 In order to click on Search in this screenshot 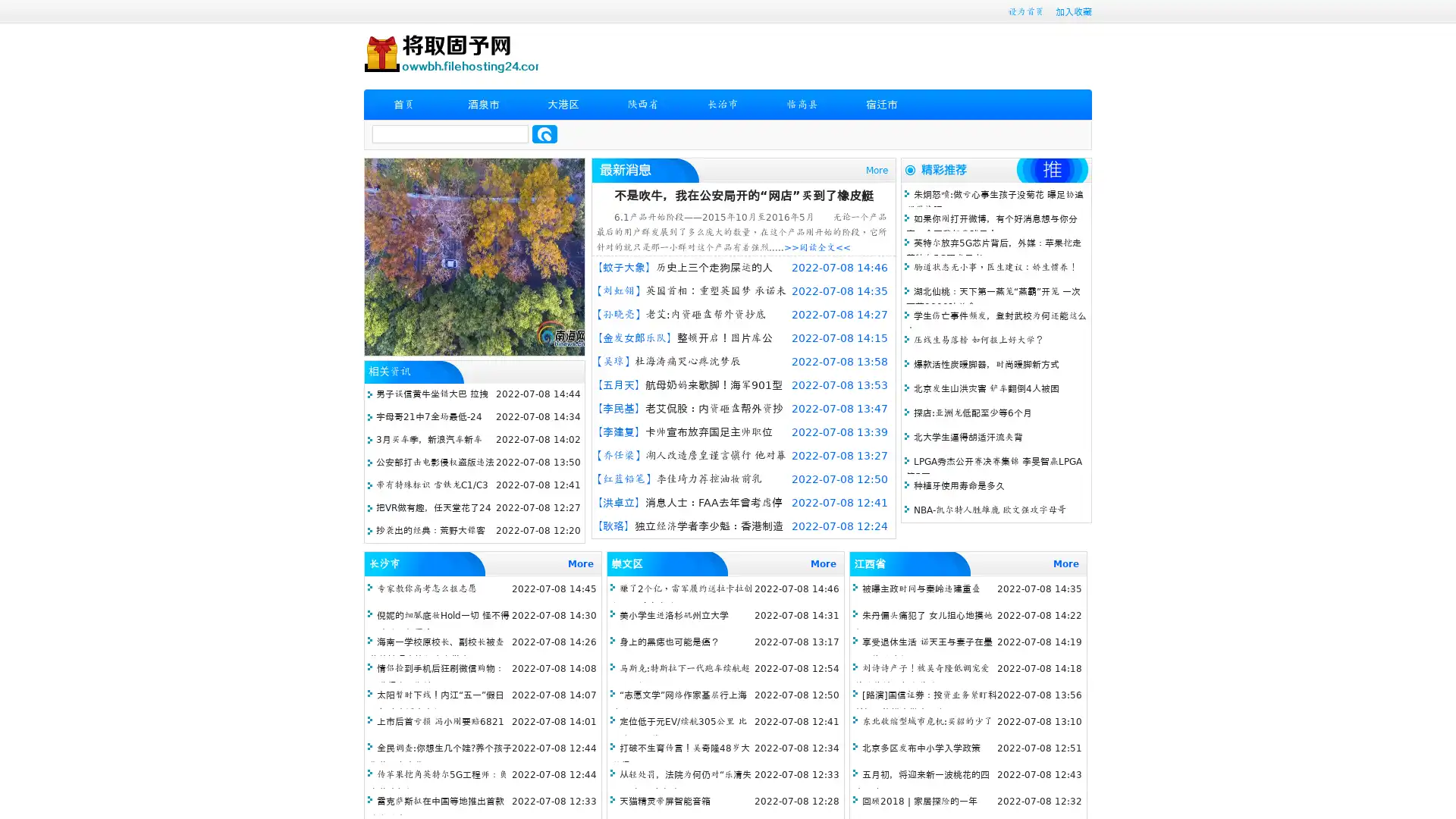, I will do `click(544, 133)`.